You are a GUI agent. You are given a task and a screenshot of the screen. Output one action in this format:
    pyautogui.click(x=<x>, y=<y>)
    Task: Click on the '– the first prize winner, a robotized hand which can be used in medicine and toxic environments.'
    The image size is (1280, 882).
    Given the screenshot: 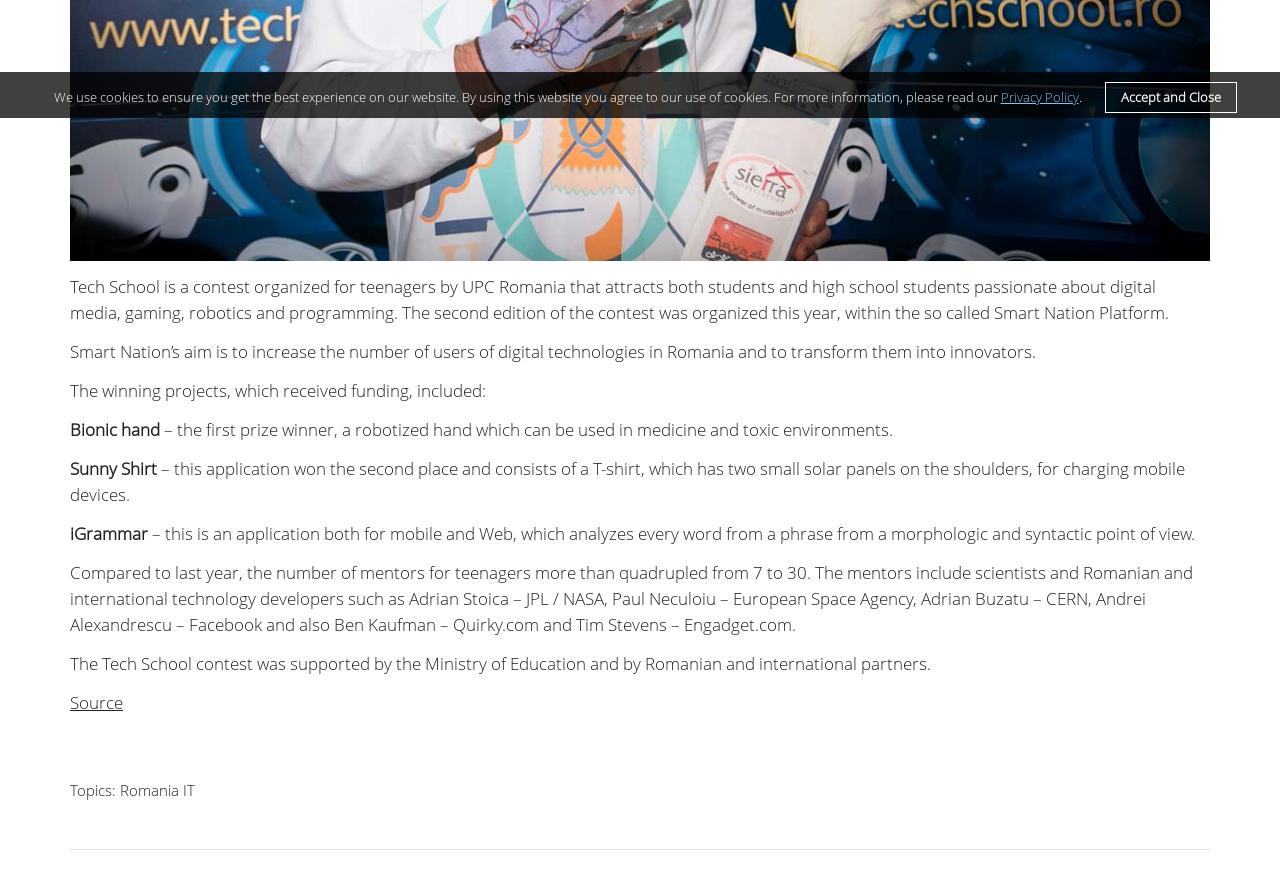 What is the action you would take?
    pyautogui.click(x=526, y=428)
    